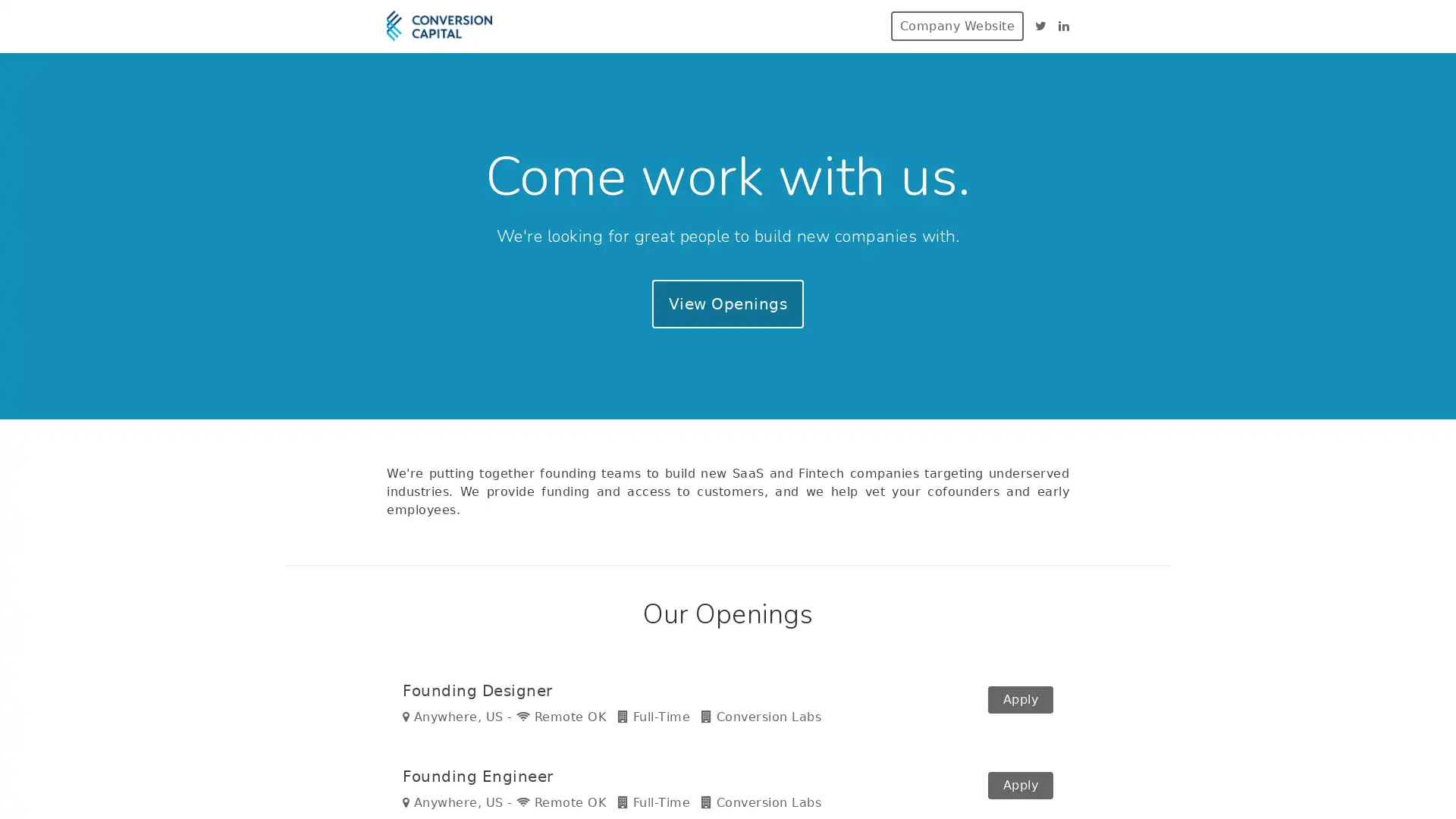  Describe the element at coordinates (1020, 789) in the screenshot. I see `Apply` at that location.